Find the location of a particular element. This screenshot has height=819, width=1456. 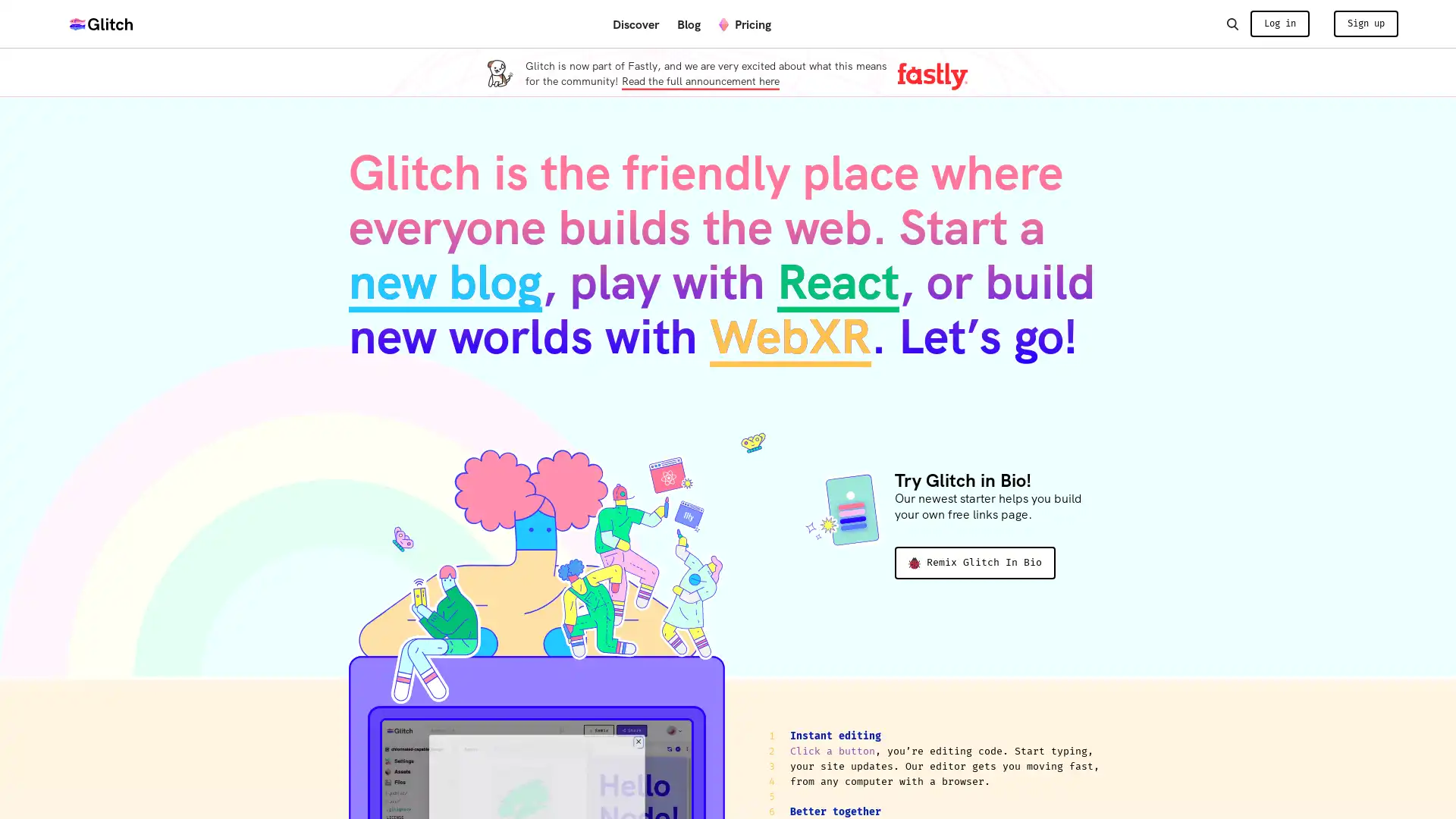

Search Glitch is located at coordinates (1232, 23).